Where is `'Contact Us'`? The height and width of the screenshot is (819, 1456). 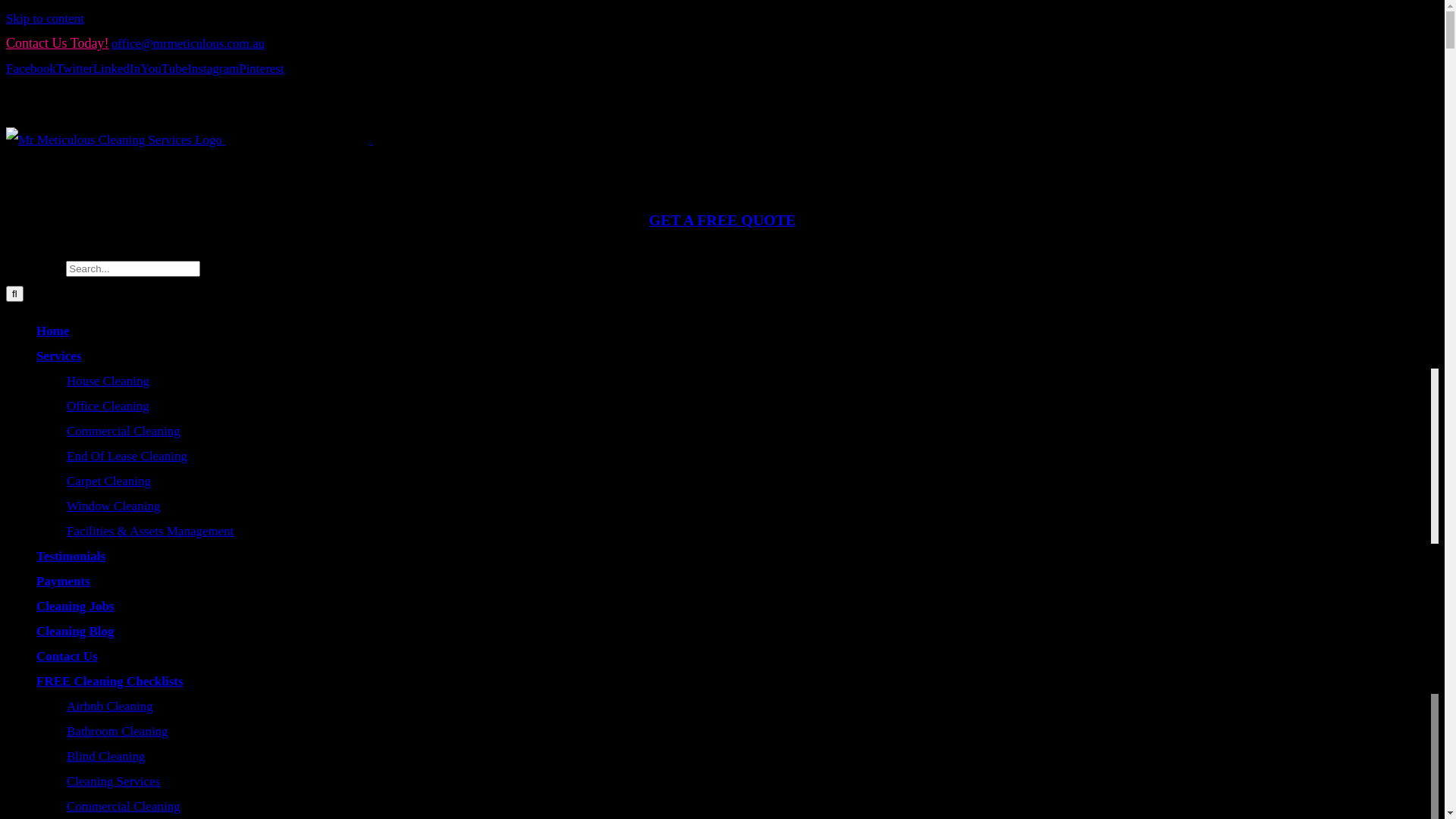 'Contact Us' is located at coordinates (66, 655).